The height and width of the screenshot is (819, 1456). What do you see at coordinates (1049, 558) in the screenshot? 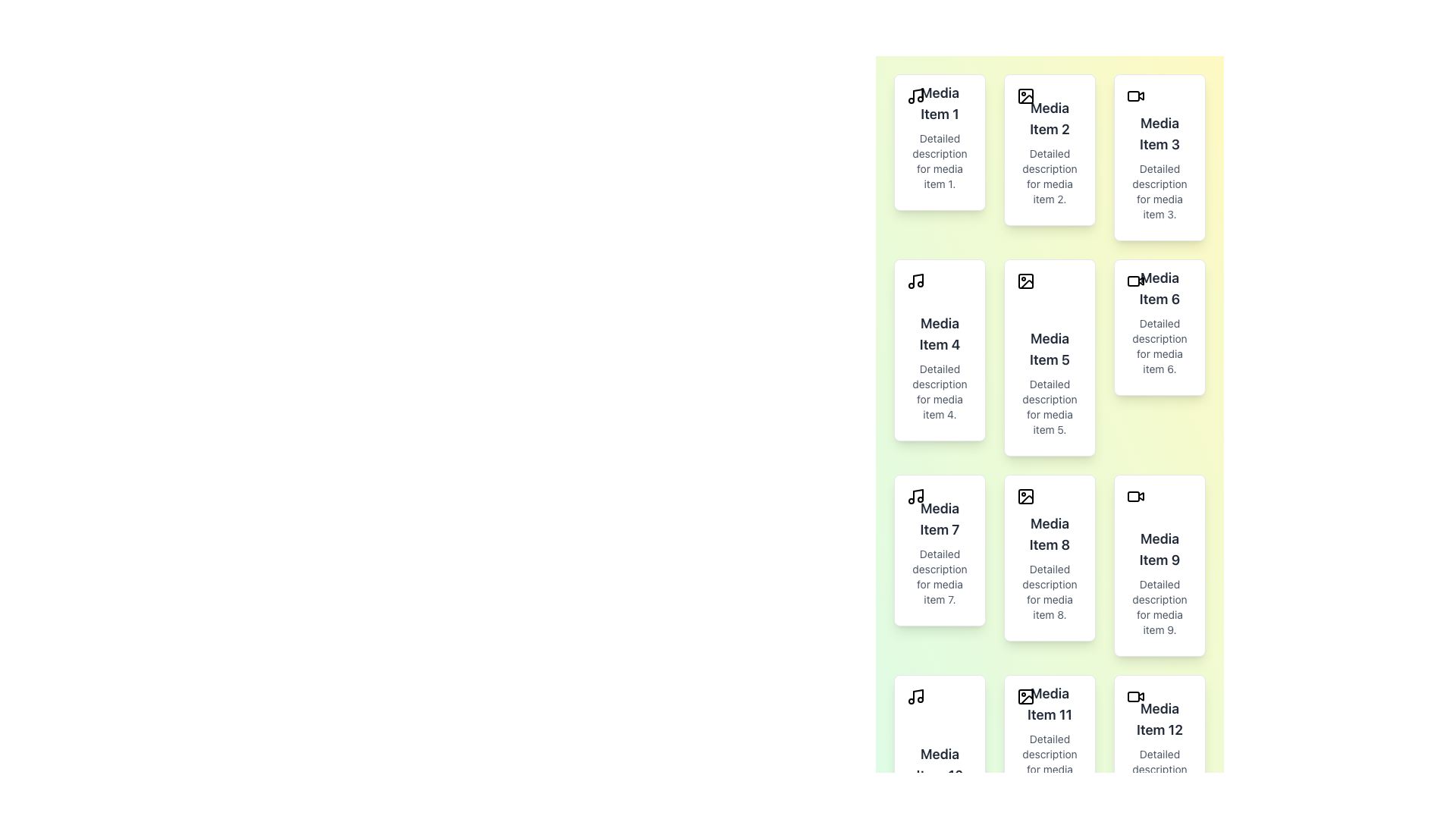
I see `the middle card in the third row of the grid representing 'Media Item 8'` at bounding box center [1049, 558].